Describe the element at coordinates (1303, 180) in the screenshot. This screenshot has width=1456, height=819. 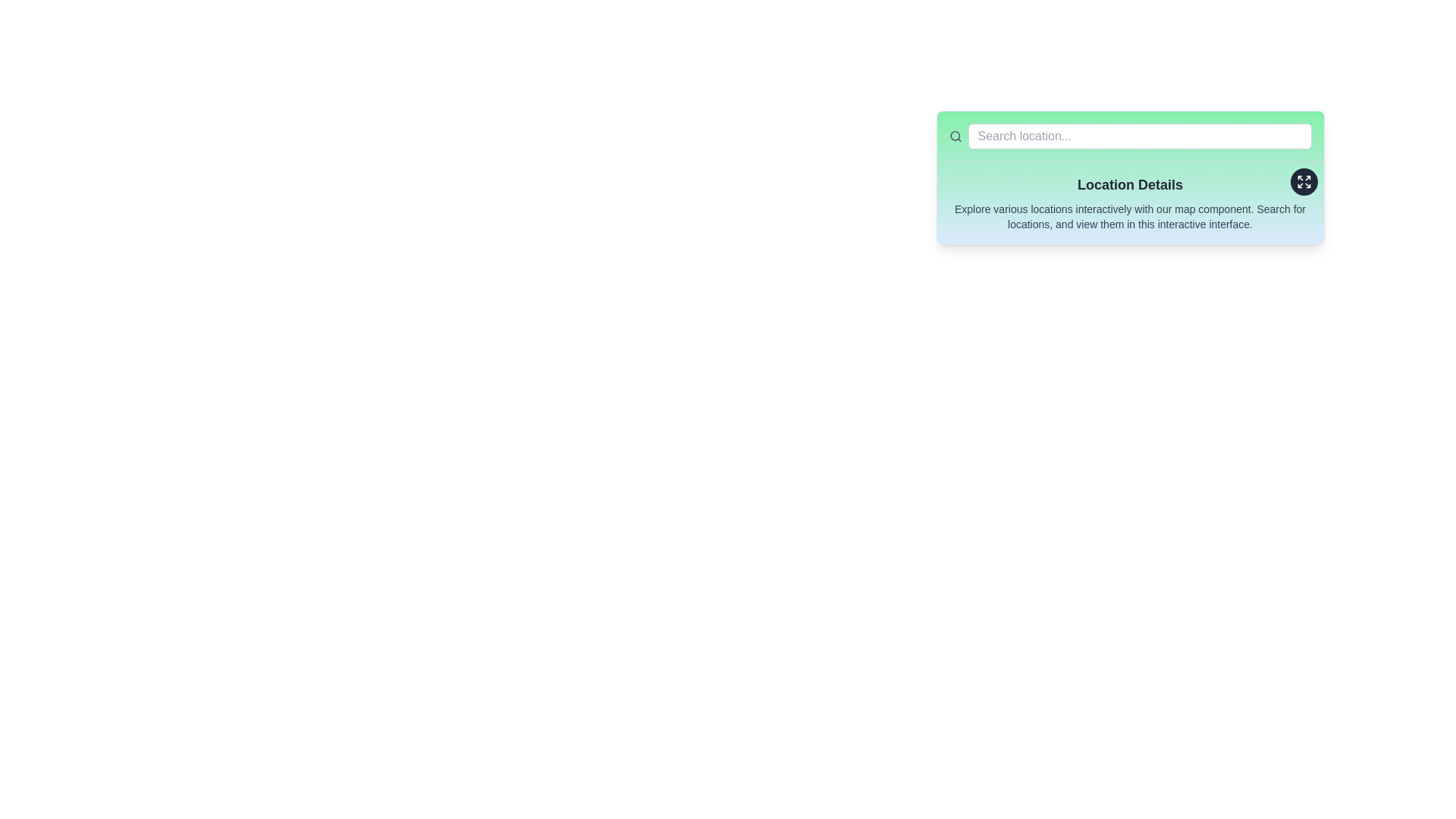
I see `the expand button located at the top-right corner inside the content card to enlarge the content` at that location.